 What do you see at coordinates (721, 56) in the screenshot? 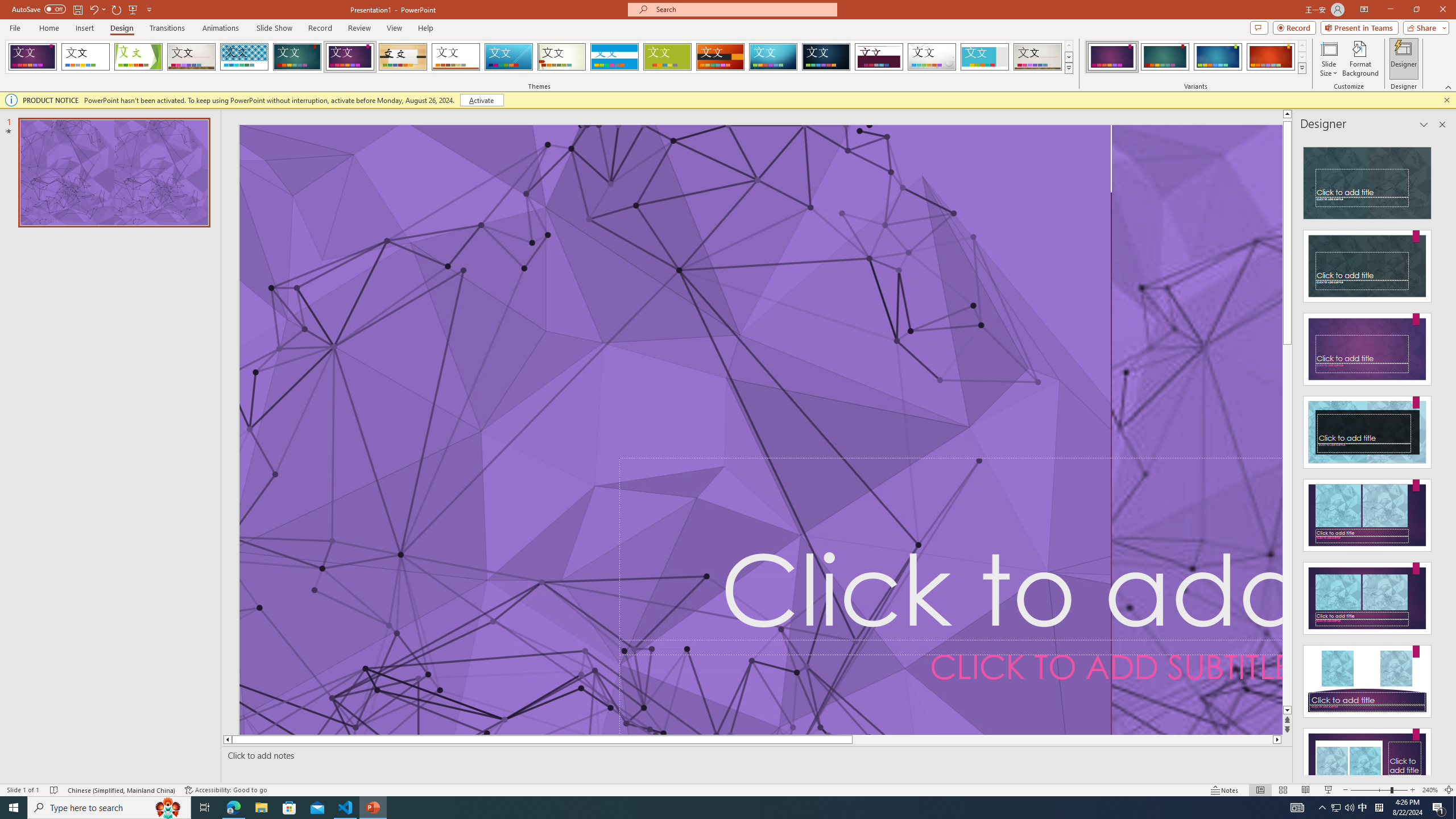
I see `'Berlin'` at bounding box center [721, 56].